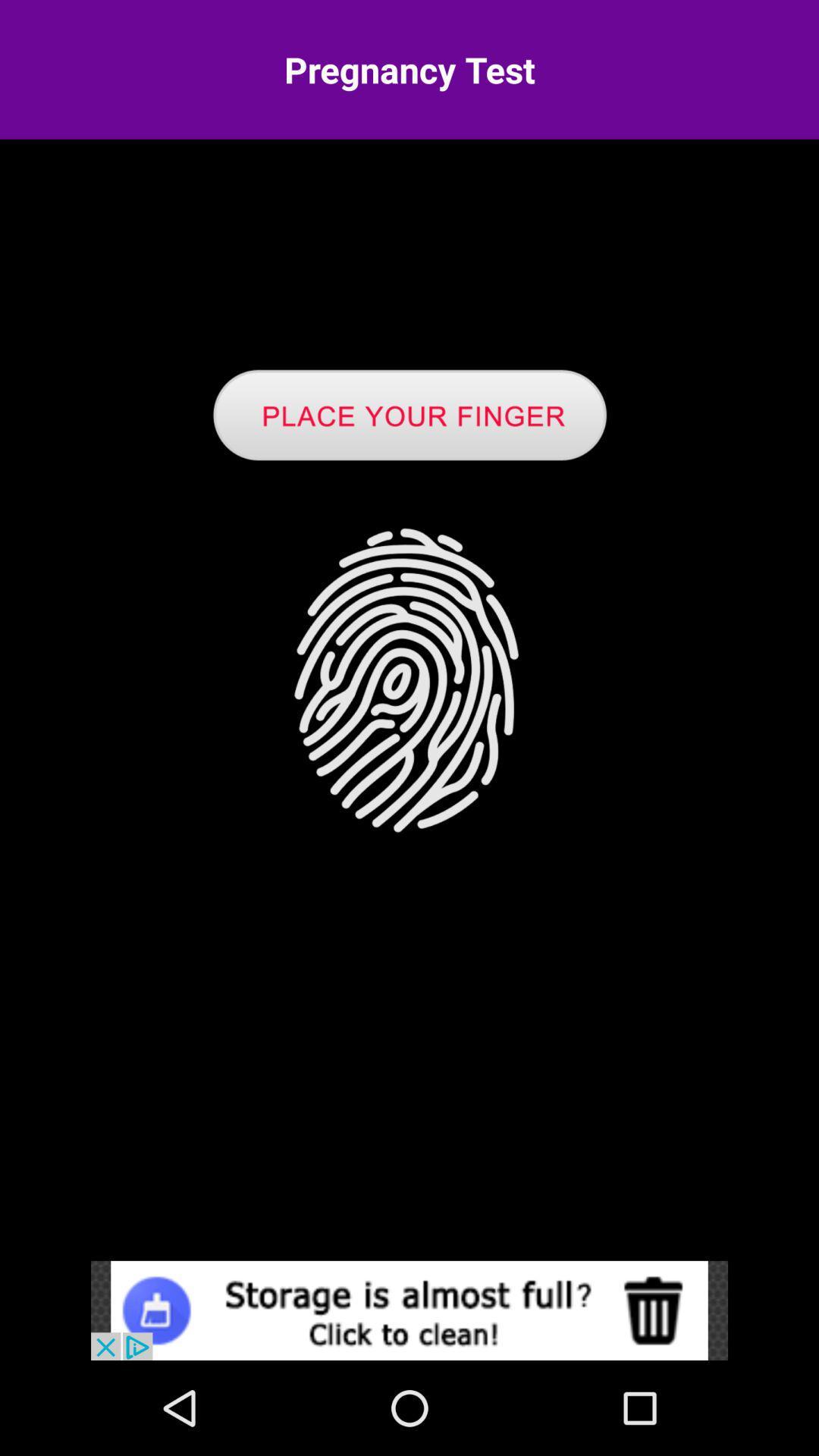 The height and width of the screenshot is (1456, 819). Describe the element at coordinates (409, 1310) in the screenshot. I see `open advertisement` at that location.